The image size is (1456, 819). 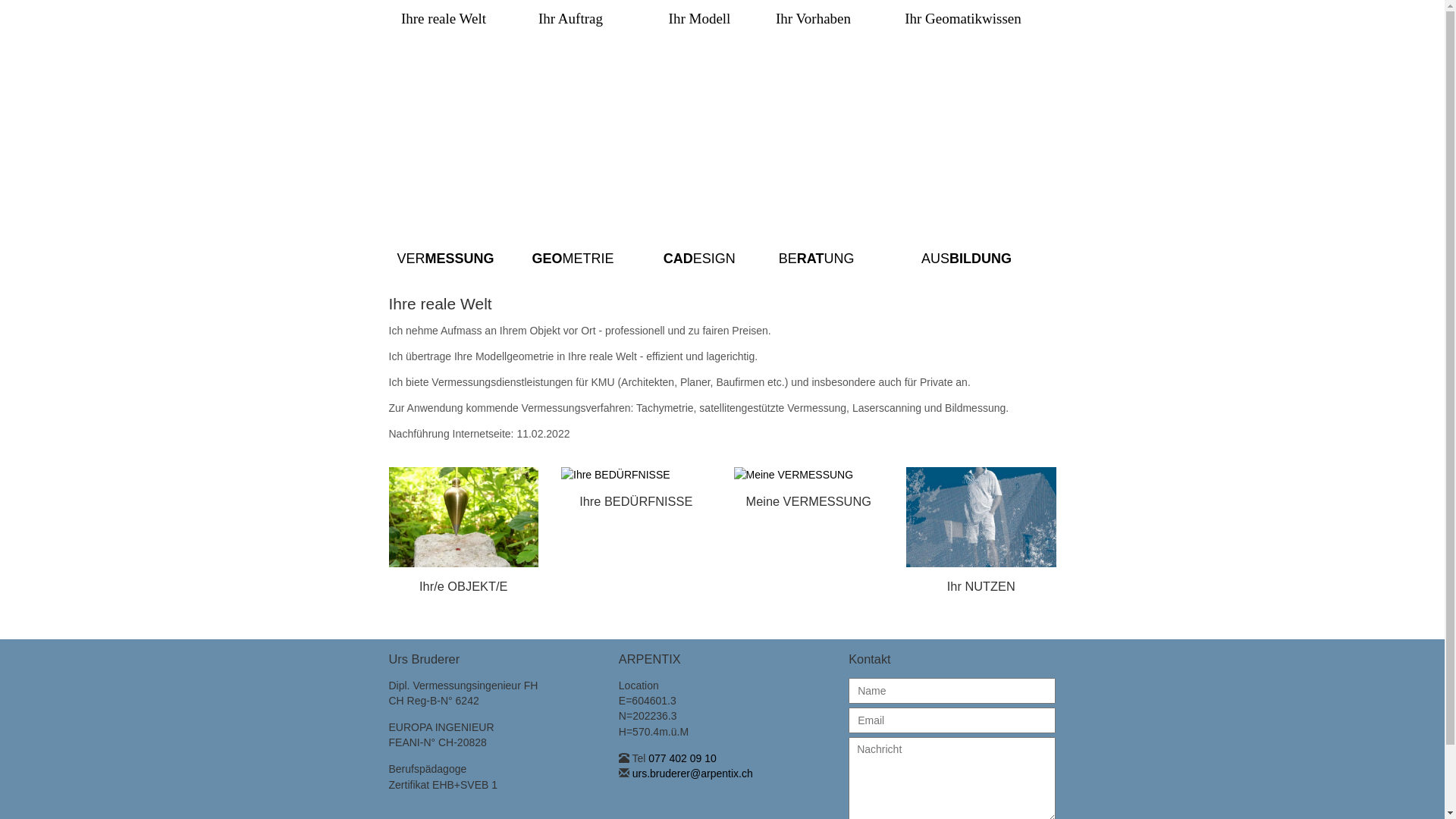 I want to click on 'Meine VERMESSUNG', so click(x=734, y=500).